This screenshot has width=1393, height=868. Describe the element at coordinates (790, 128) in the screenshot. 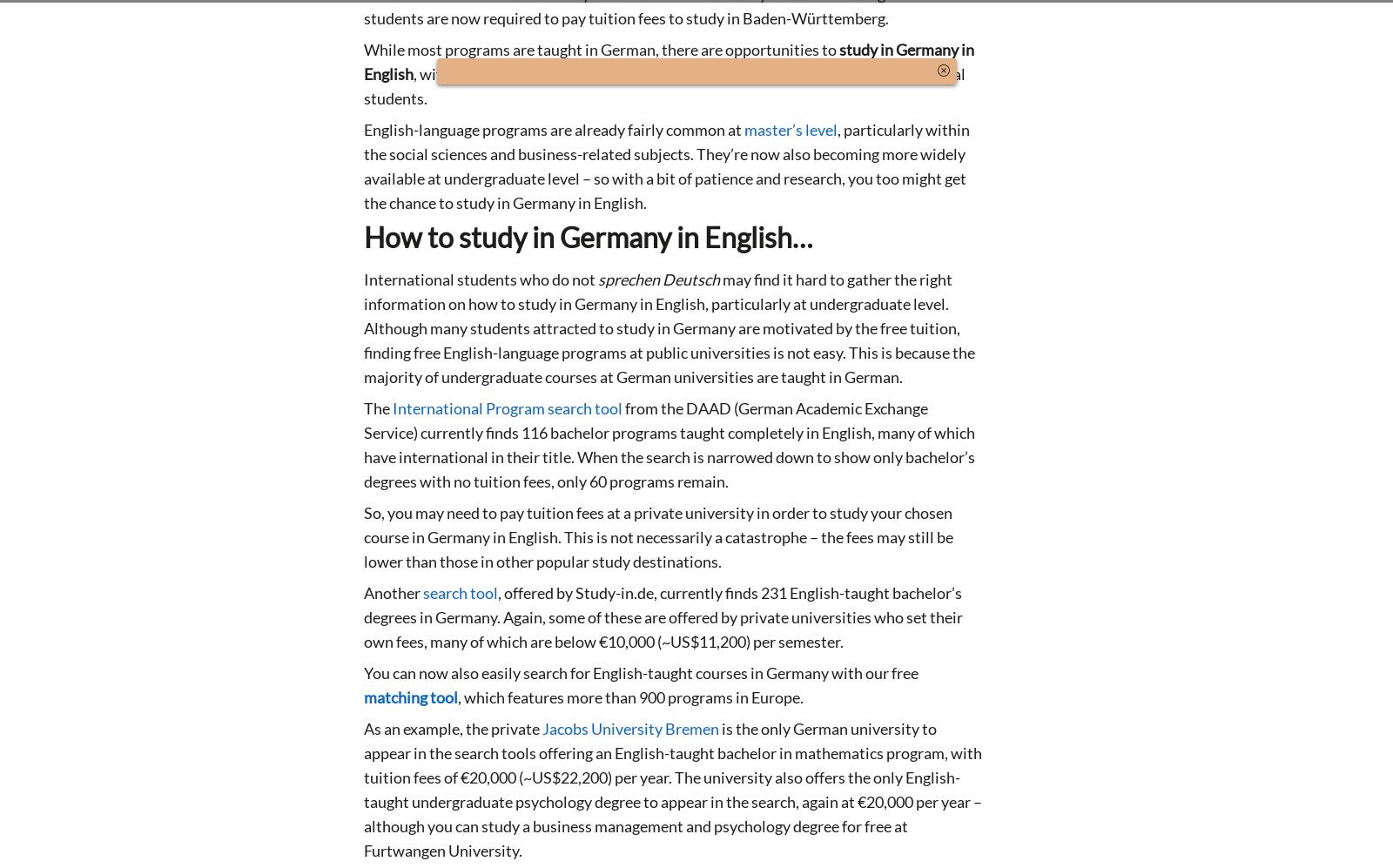

I see `'master’s level'` at that location.